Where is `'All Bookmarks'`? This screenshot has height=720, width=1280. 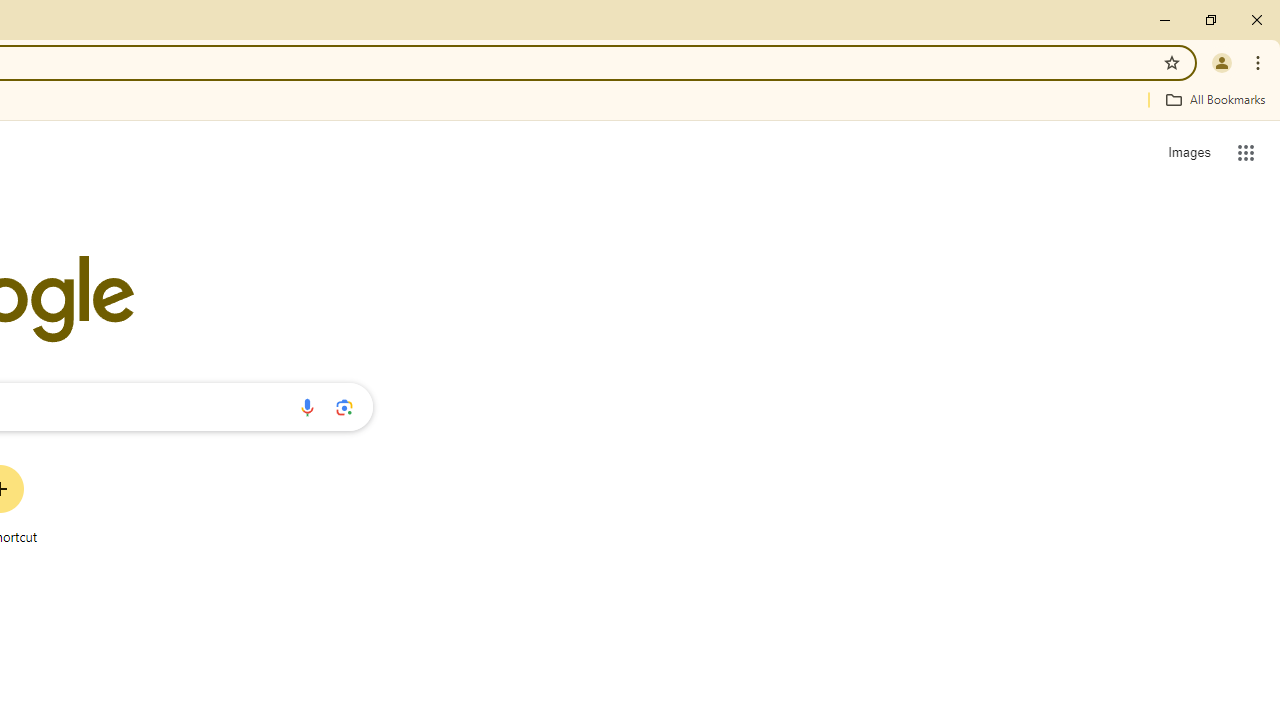 'All Bookmarks' is located at coordinates (1214, 99).